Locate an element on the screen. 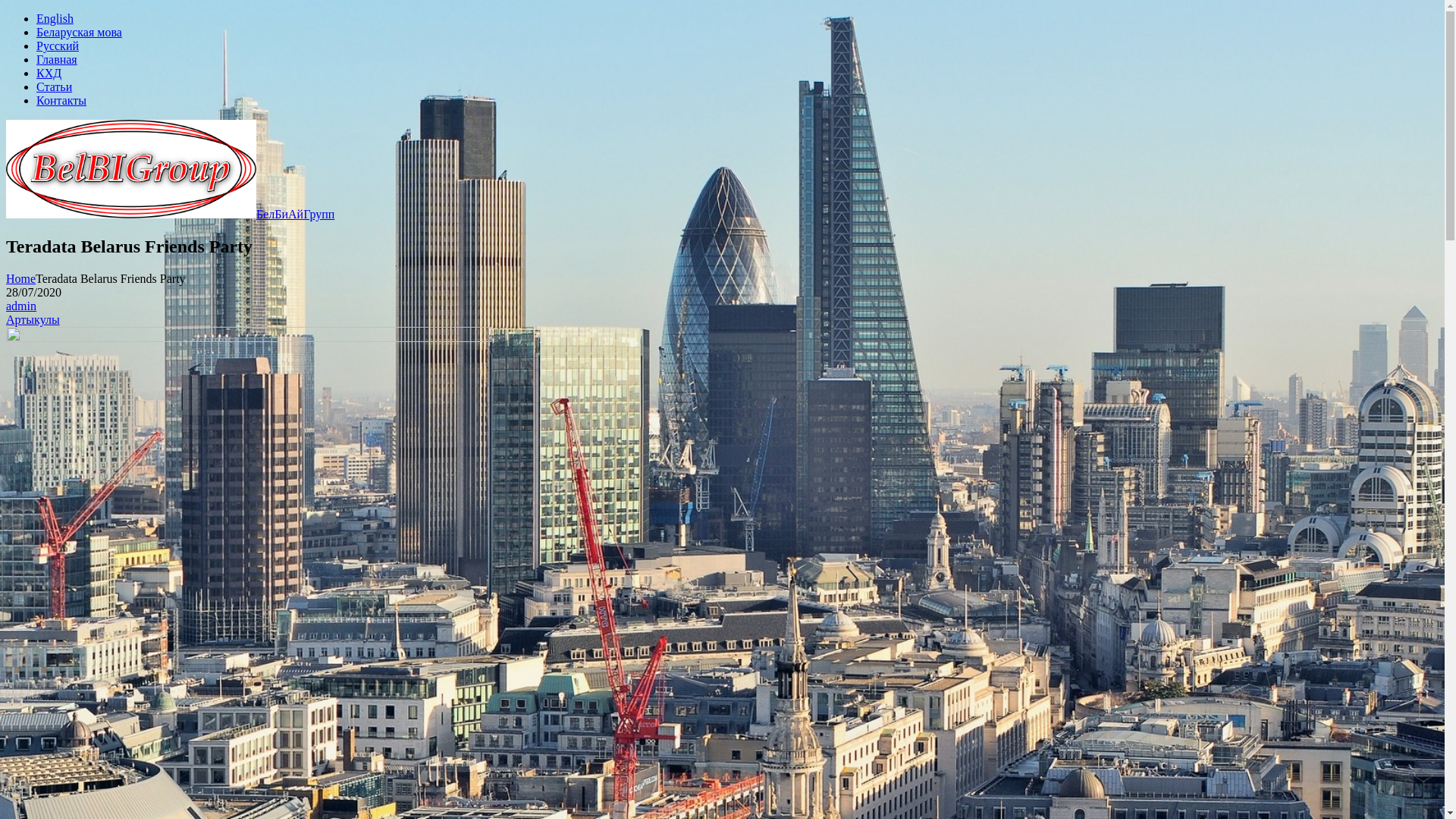  'admin' is located at coordinates (21, 306).